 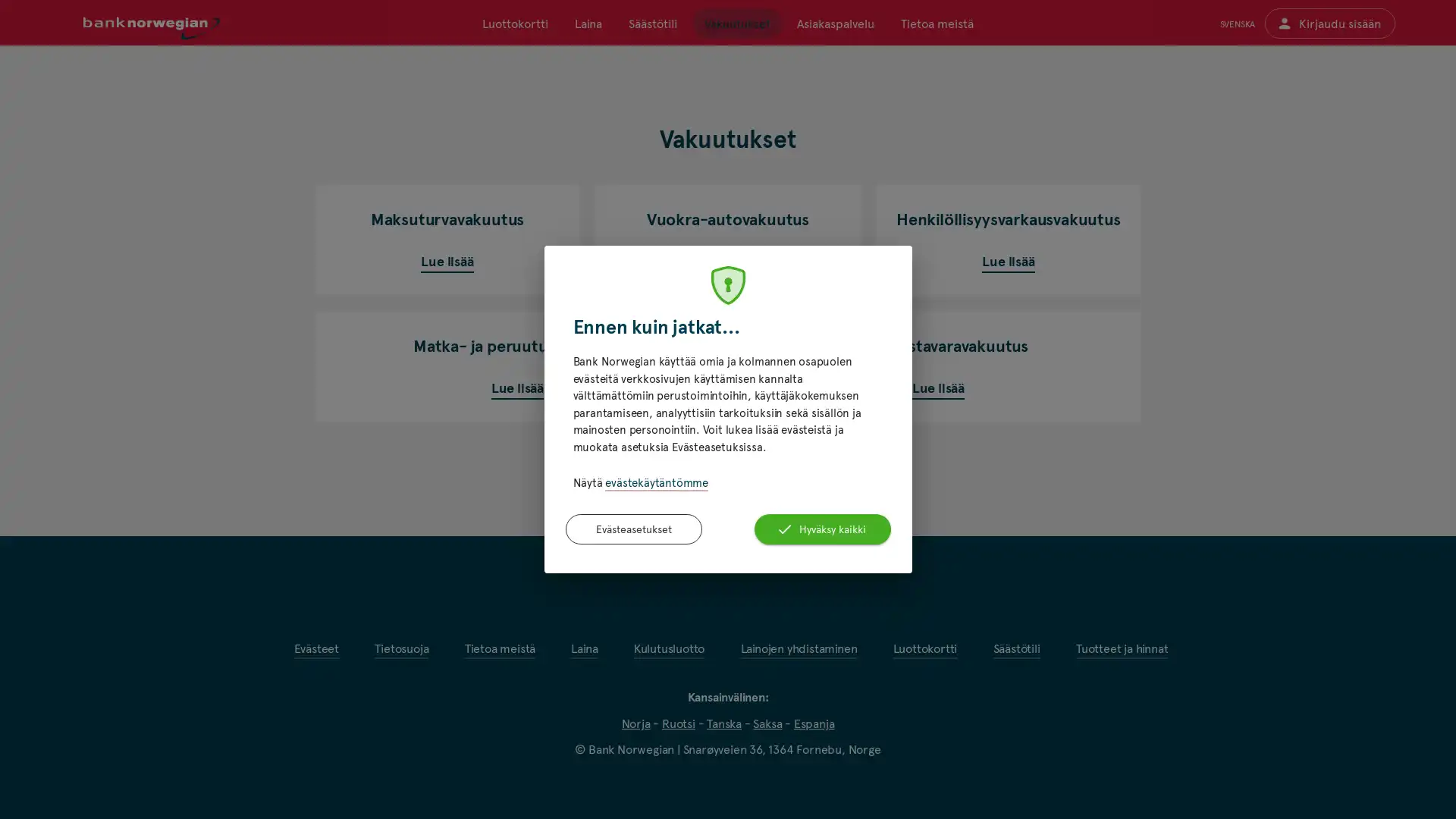 What do you see at coordinates (652, 23) in the screenshot?
I see `Saastotili` at bounding box center [652, 23].